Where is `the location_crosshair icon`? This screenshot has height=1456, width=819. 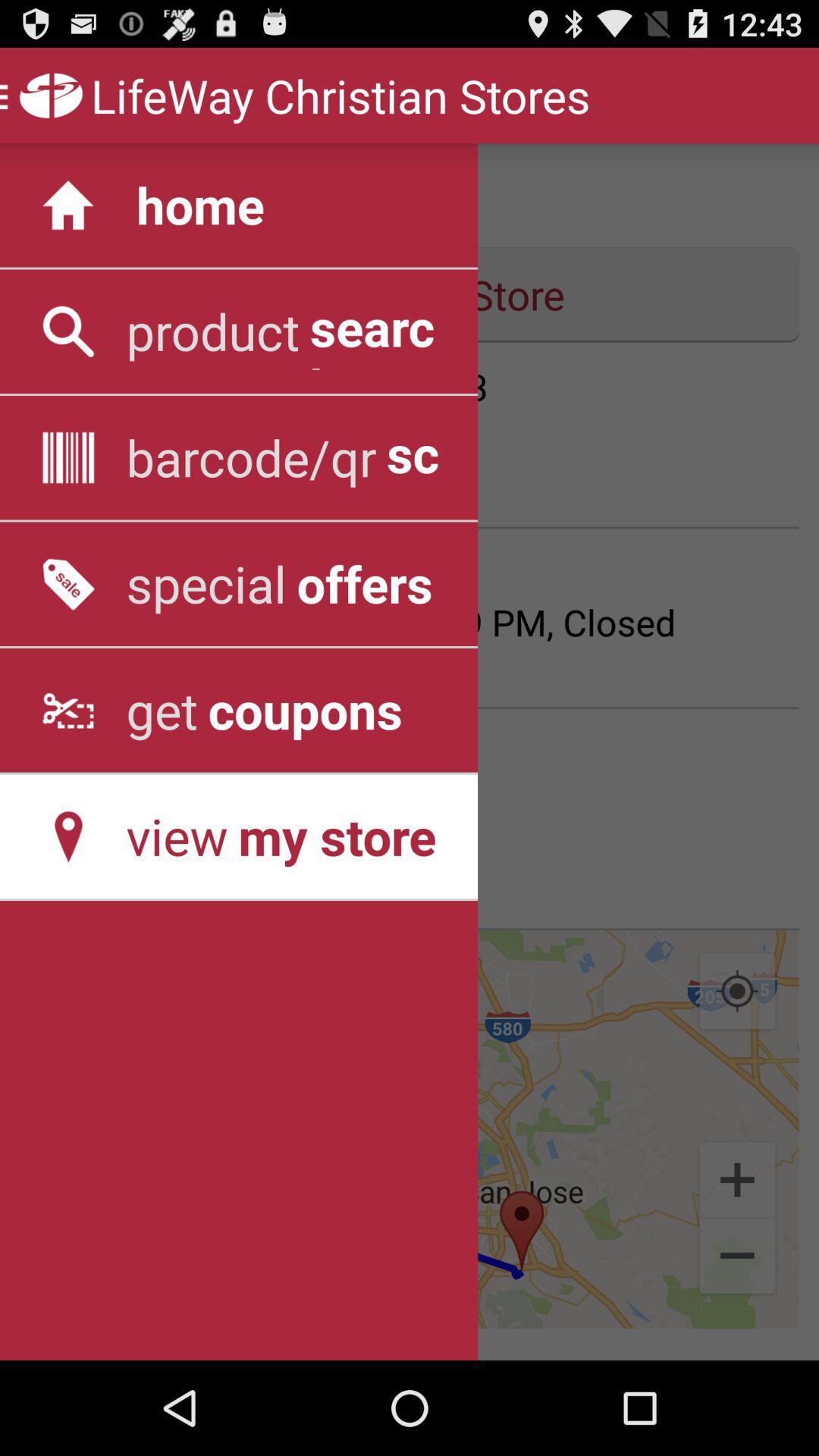
the location_crosshair icon is located at coordinates (736, 1061).